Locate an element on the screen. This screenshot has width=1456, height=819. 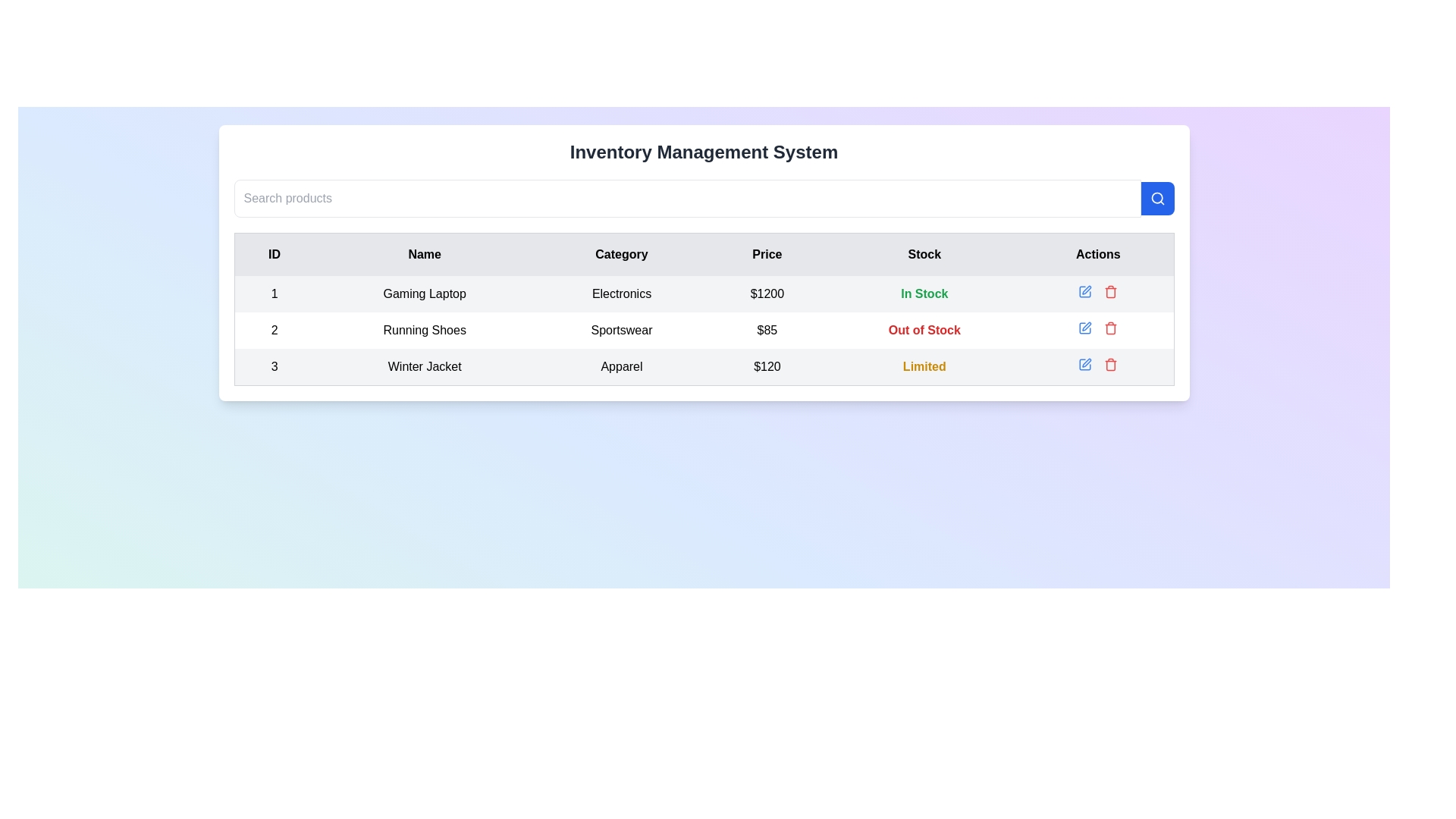
the text label indicating stock status for 'Winter Jacket' located in the last column of the third row of the inventory management table is located at coordinates (924, 367).